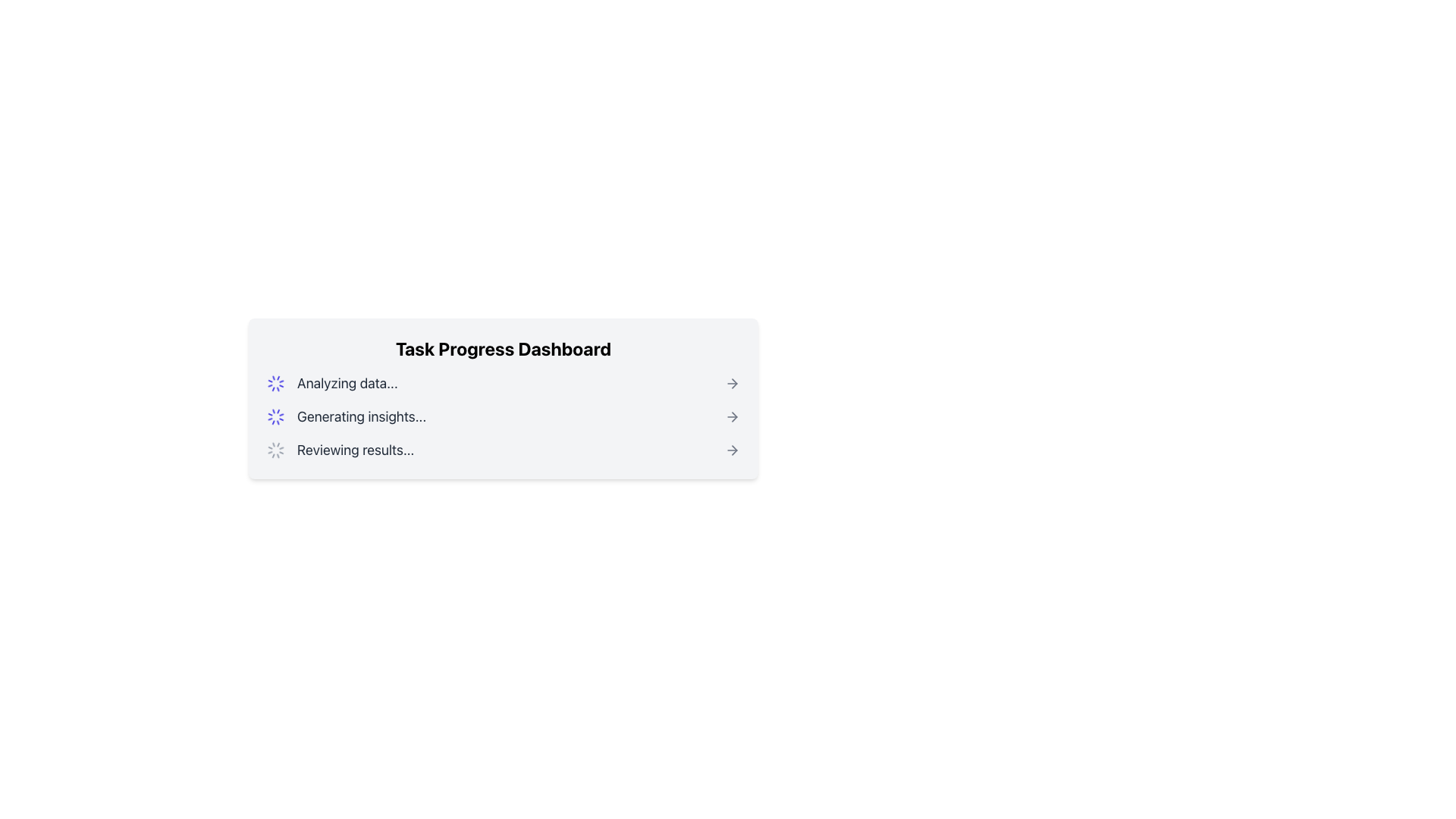  What do you see at coordinates (340, 450) in the screenshot?
I see `the status indicator element that shows 'Reviewing results...' in the Task Progress Dashboard, which signifies an ongoing process` at bounding box center [340, 450].